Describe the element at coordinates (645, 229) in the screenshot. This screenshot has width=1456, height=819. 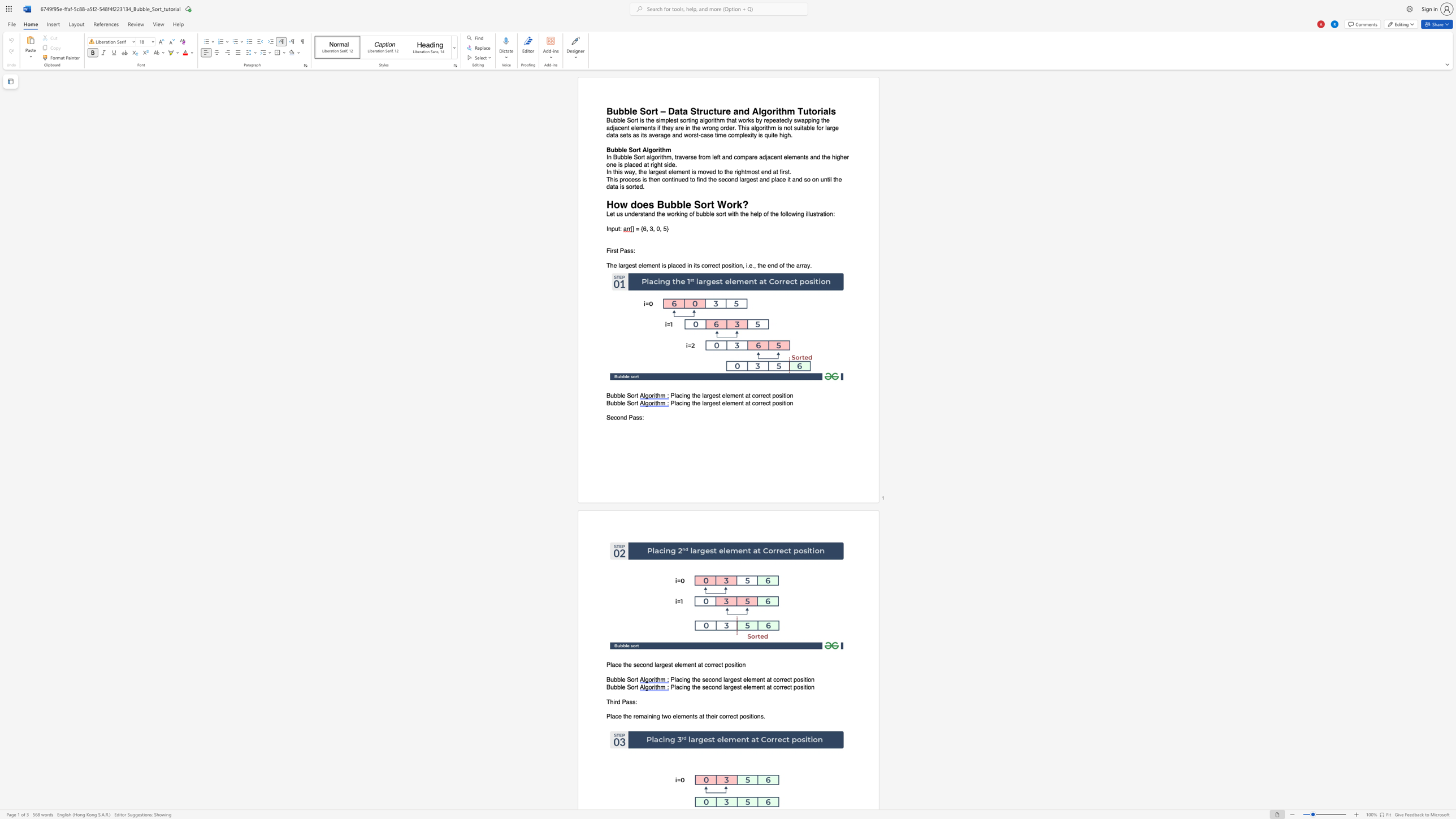
I see `the subset text ", 3, 0, 5" within the text "[] = {6, 3, 0, 5}"` at that location.